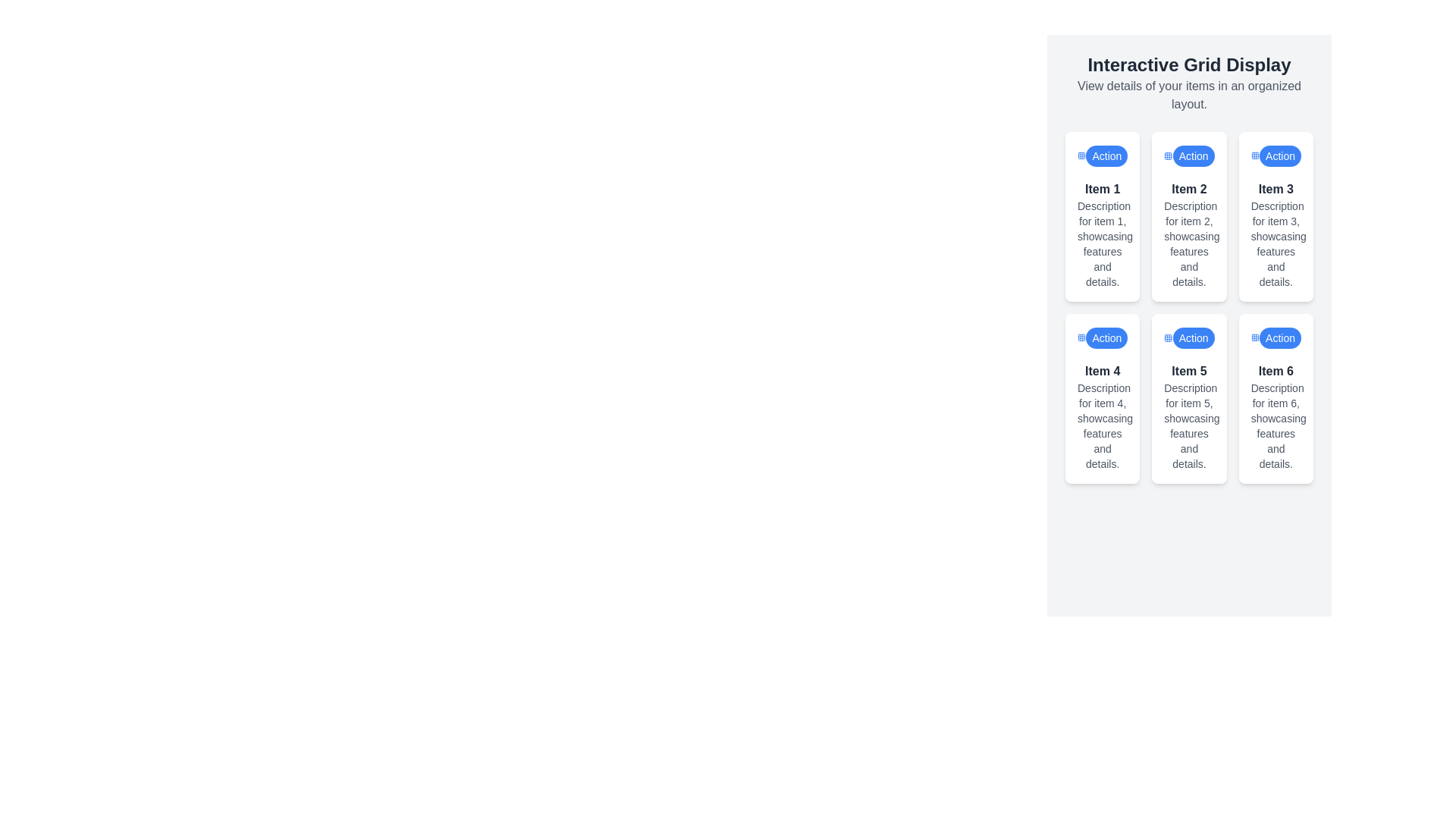 The image size is (1456, 819). Describe the element at coordinates (1103, 337) in the screenshot. I see `the blue button with rounded edges labeled 'Action' to initiate an action` at that location.